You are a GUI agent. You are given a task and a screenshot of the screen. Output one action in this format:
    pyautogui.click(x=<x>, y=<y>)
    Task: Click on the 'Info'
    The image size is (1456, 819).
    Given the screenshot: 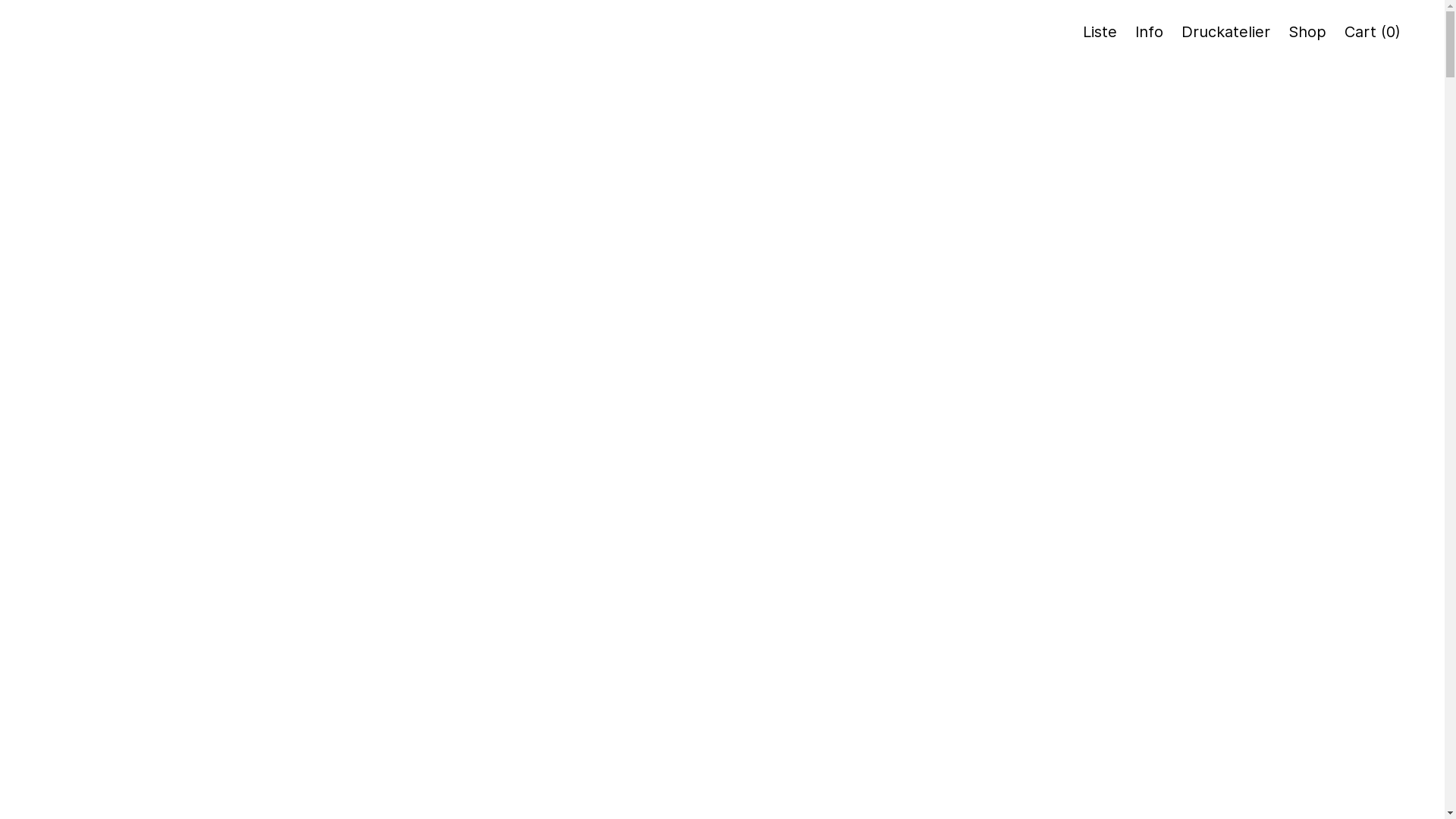 What is the action you would take?
    pyautogui.click(x=1149, y=32)
    